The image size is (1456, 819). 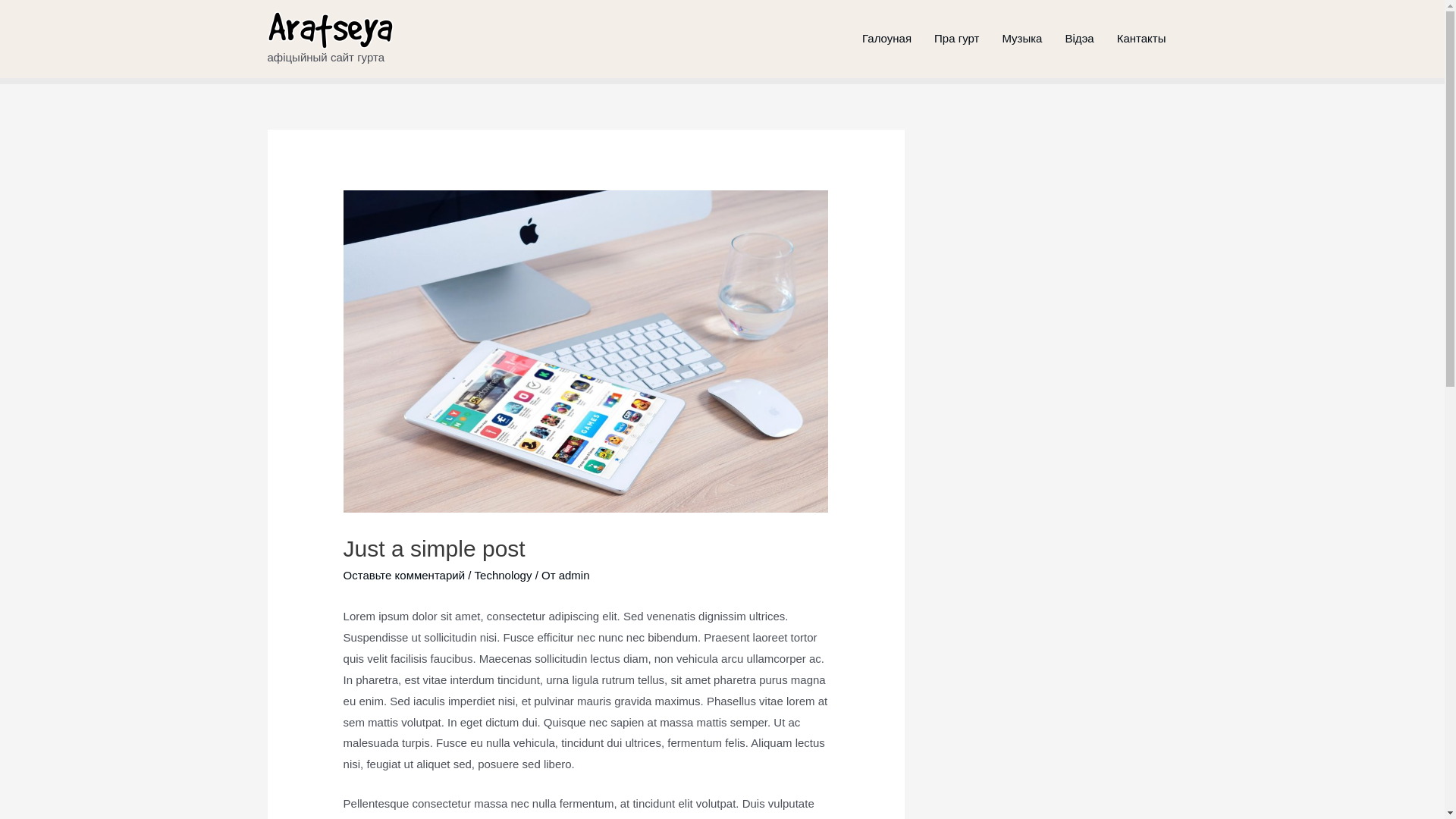 I want to click on 'admin', so click(x=573, y=575).